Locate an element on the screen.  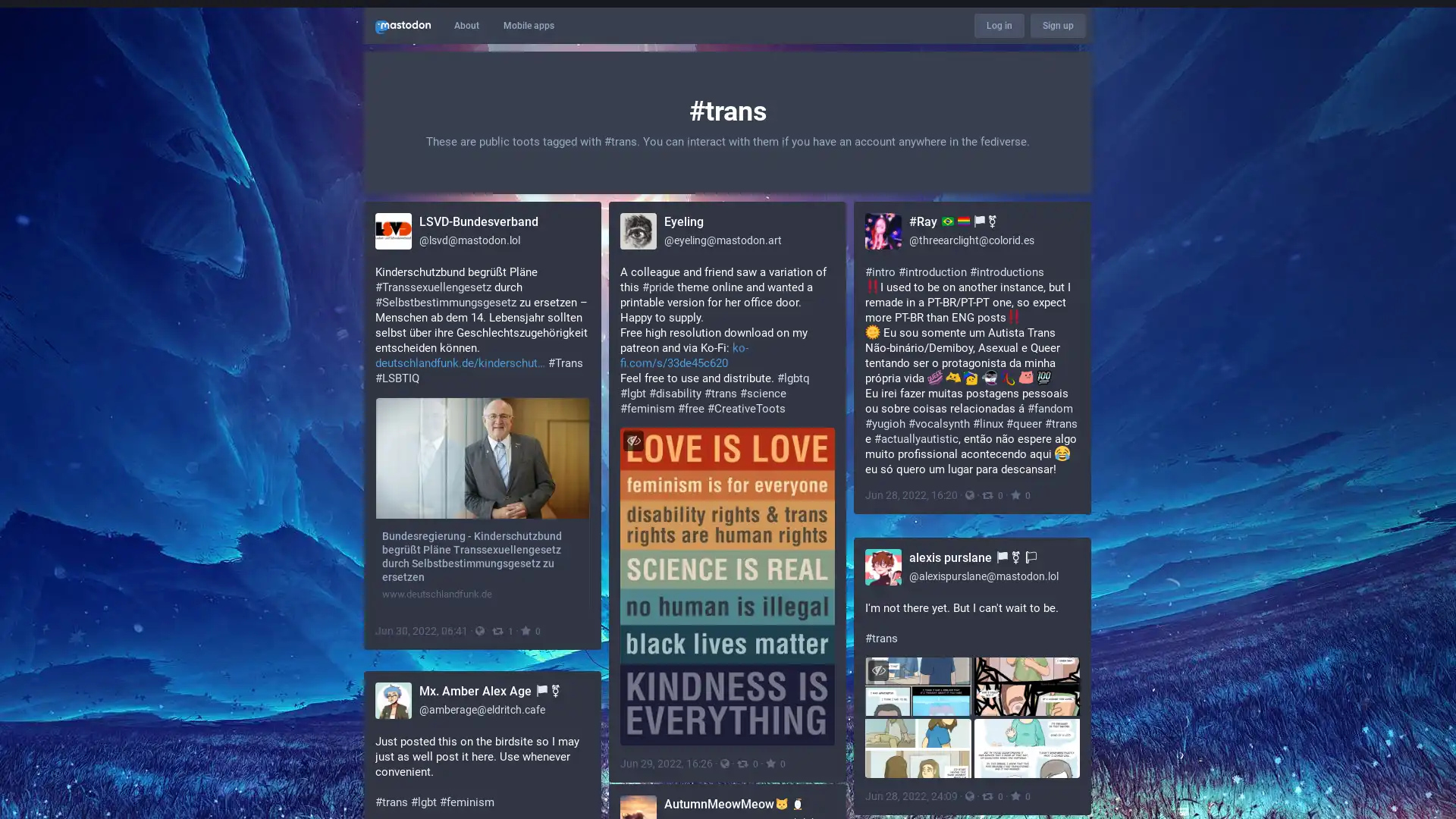
Hide image is located at coordinates (633, 440).